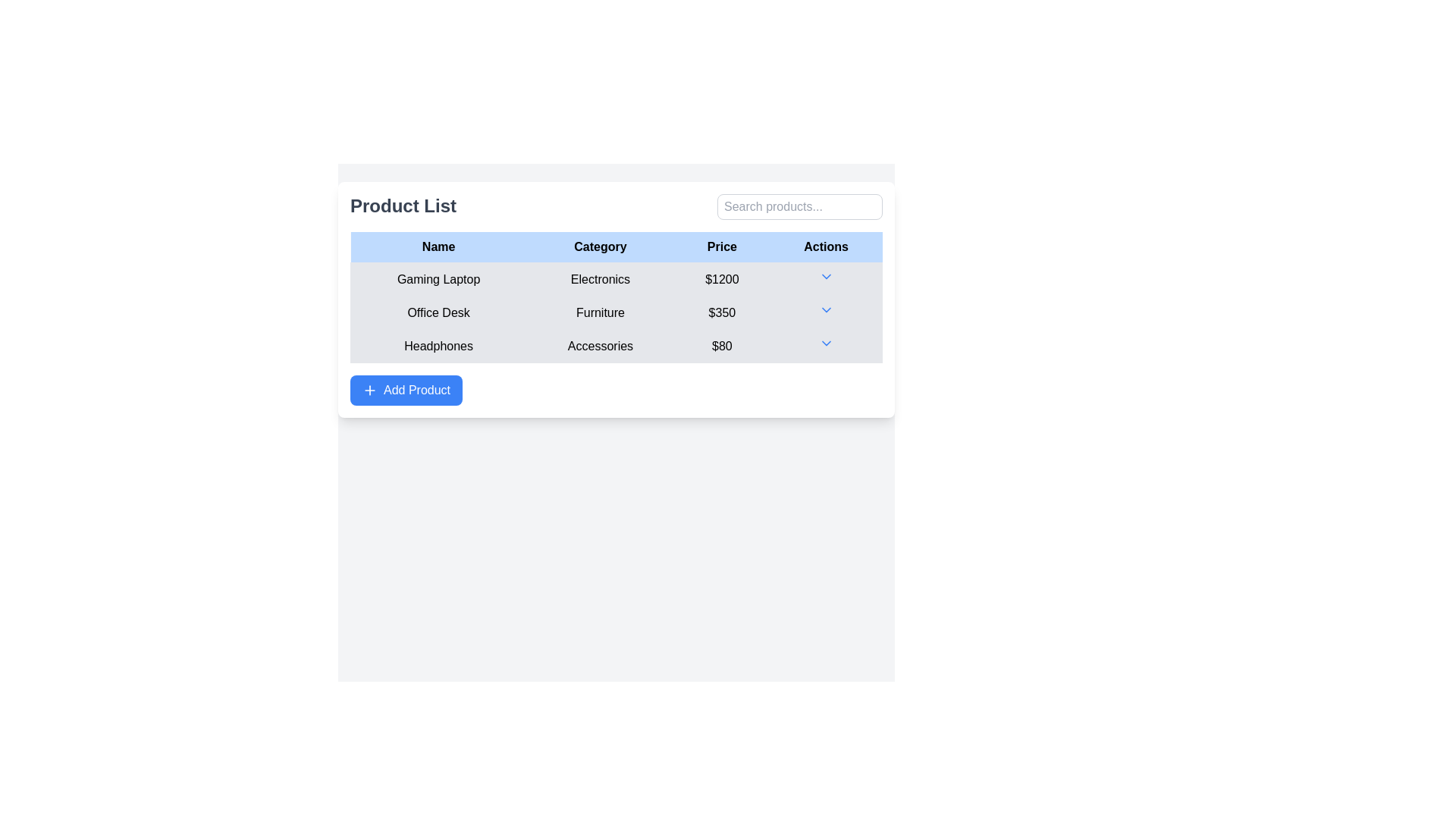 The image size is (1456, 819). I want to click on the text label displaying 'Category', which is the second column header in the table between 'Name' and 'Price', so click(600, 246).